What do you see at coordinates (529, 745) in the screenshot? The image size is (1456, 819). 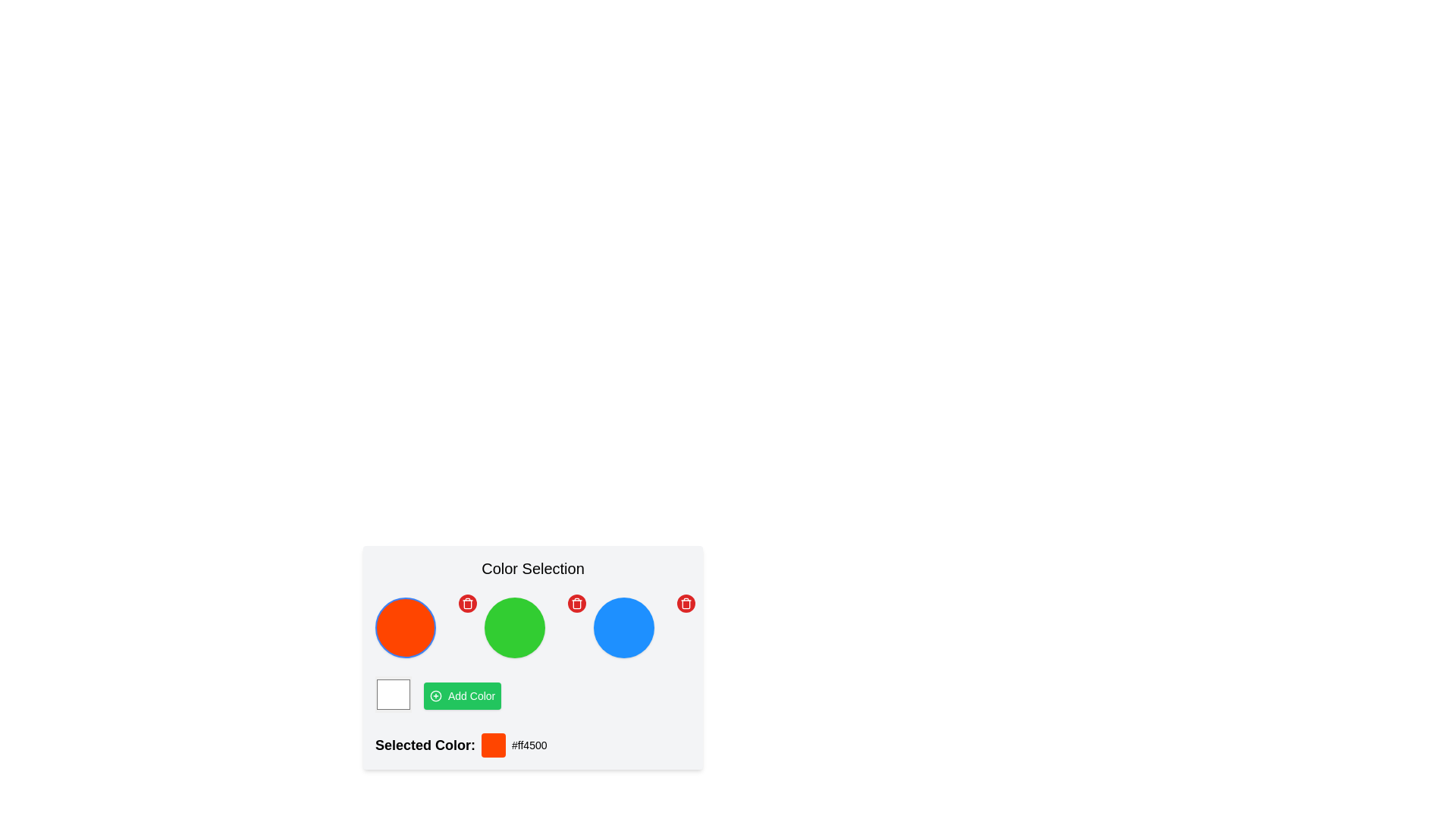 I see `the text label displaying the hexadecimal code of the currently selected color, located next to the colored square in the 'Selected Color:' section` at bounding box center [529, 745].